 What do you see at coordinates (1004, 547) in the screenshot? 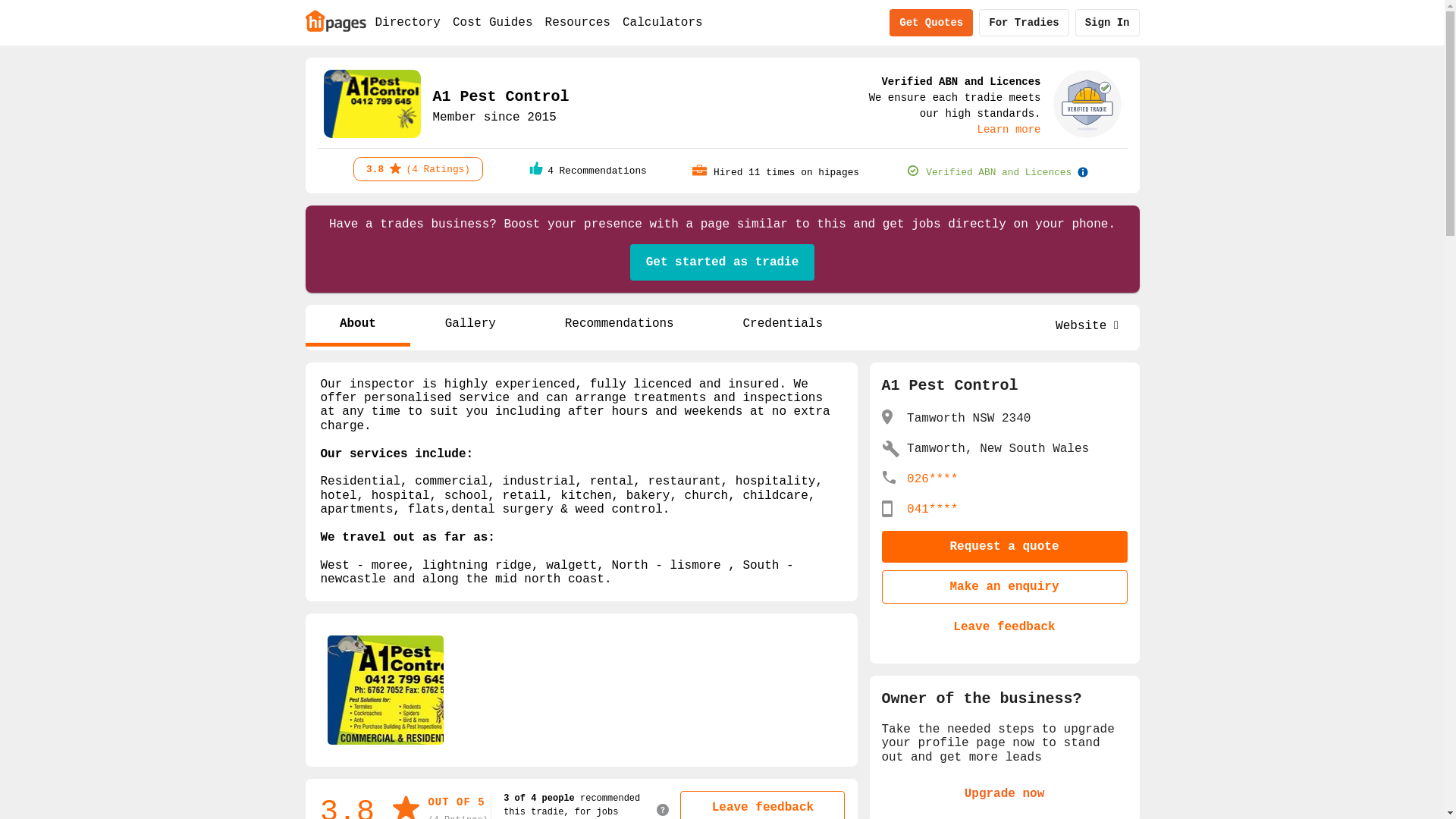
I see `'Request a quote'` at bounding box center [1004, 547].